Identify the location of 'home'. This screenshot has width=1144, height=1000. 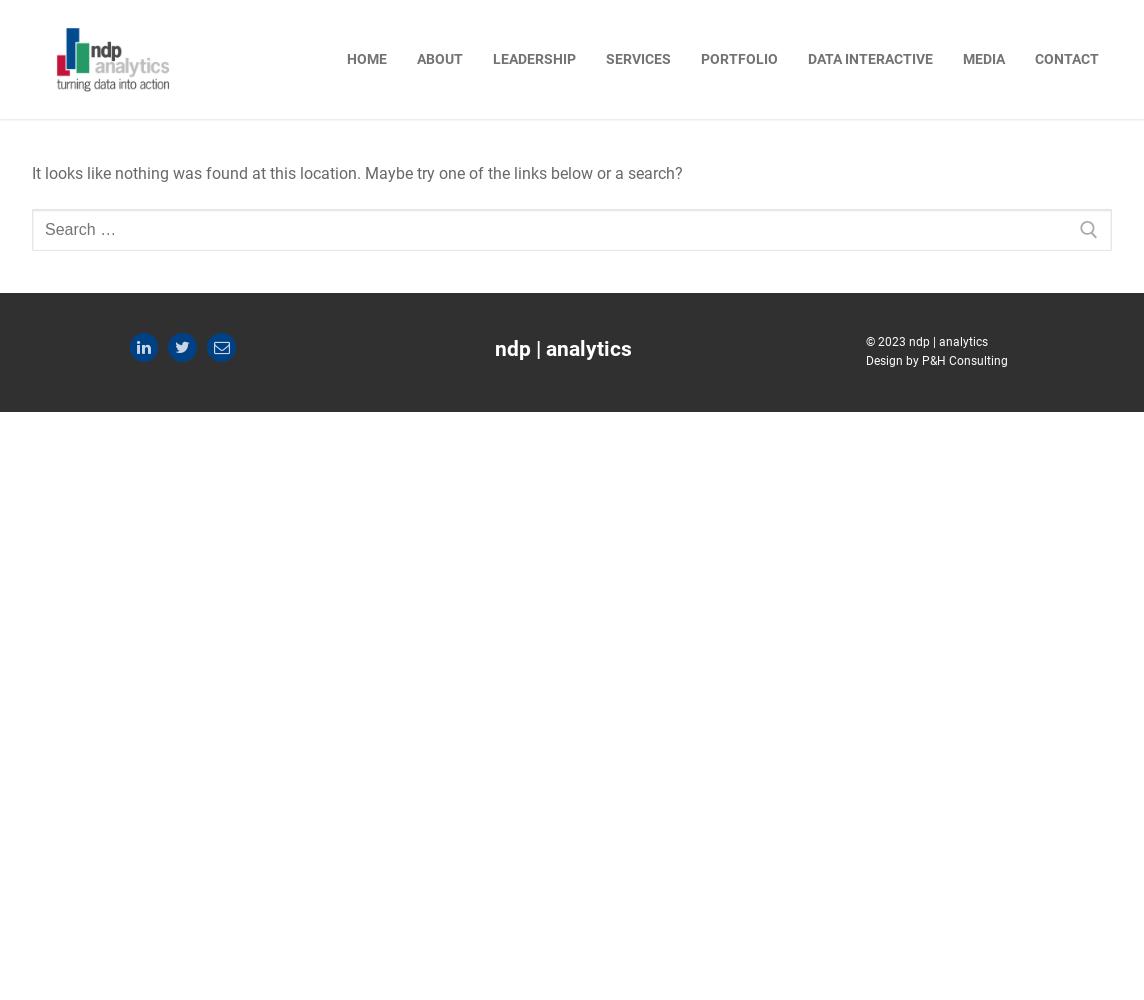
(366, 58).